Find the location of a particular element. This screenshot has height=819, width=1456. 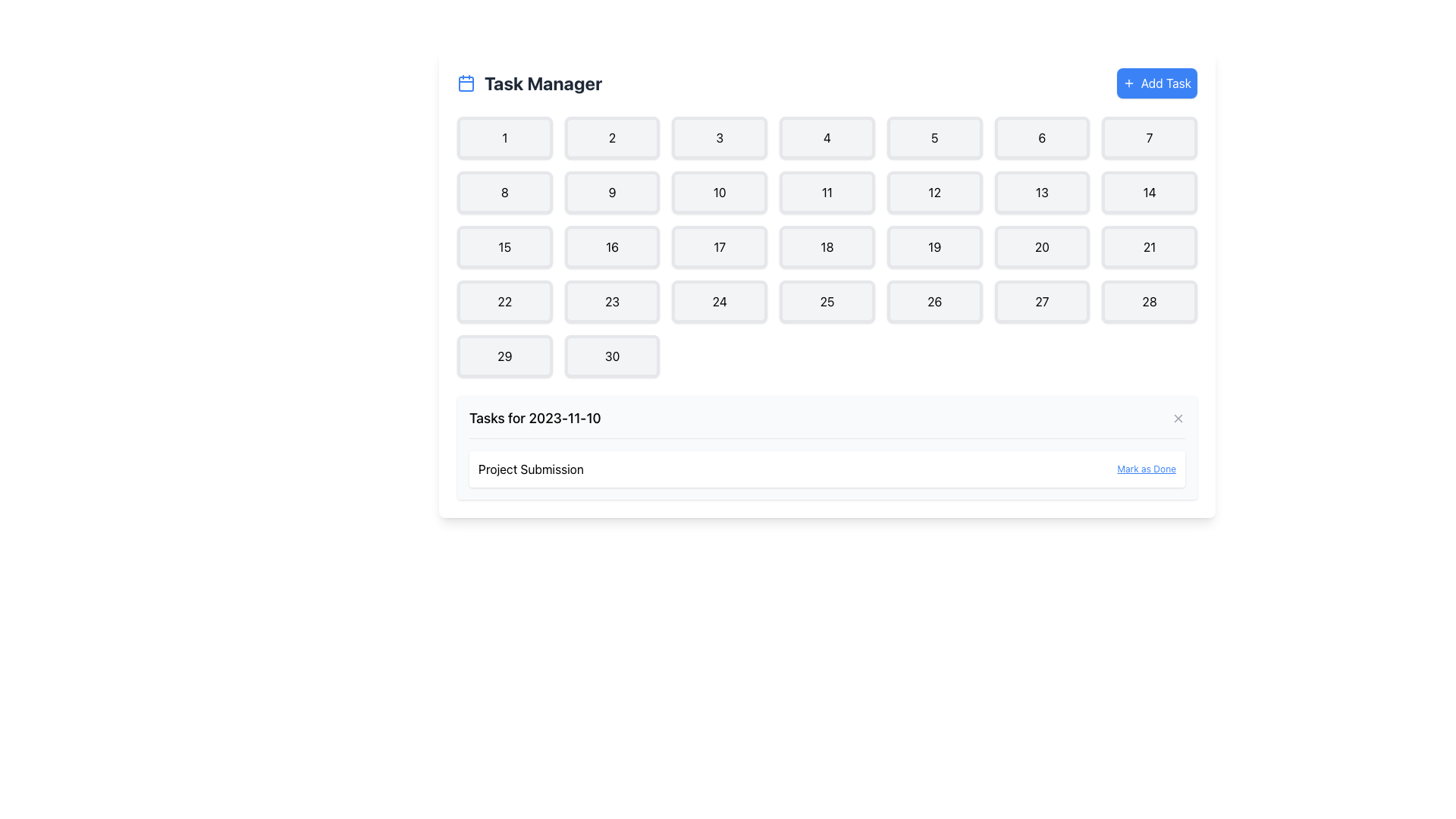

the interactive calendar cell representing the 22nd day of the month located in the fourth row and first column of the calendar grid under the 'Task Manager' header is located at coordinates (504, 301).